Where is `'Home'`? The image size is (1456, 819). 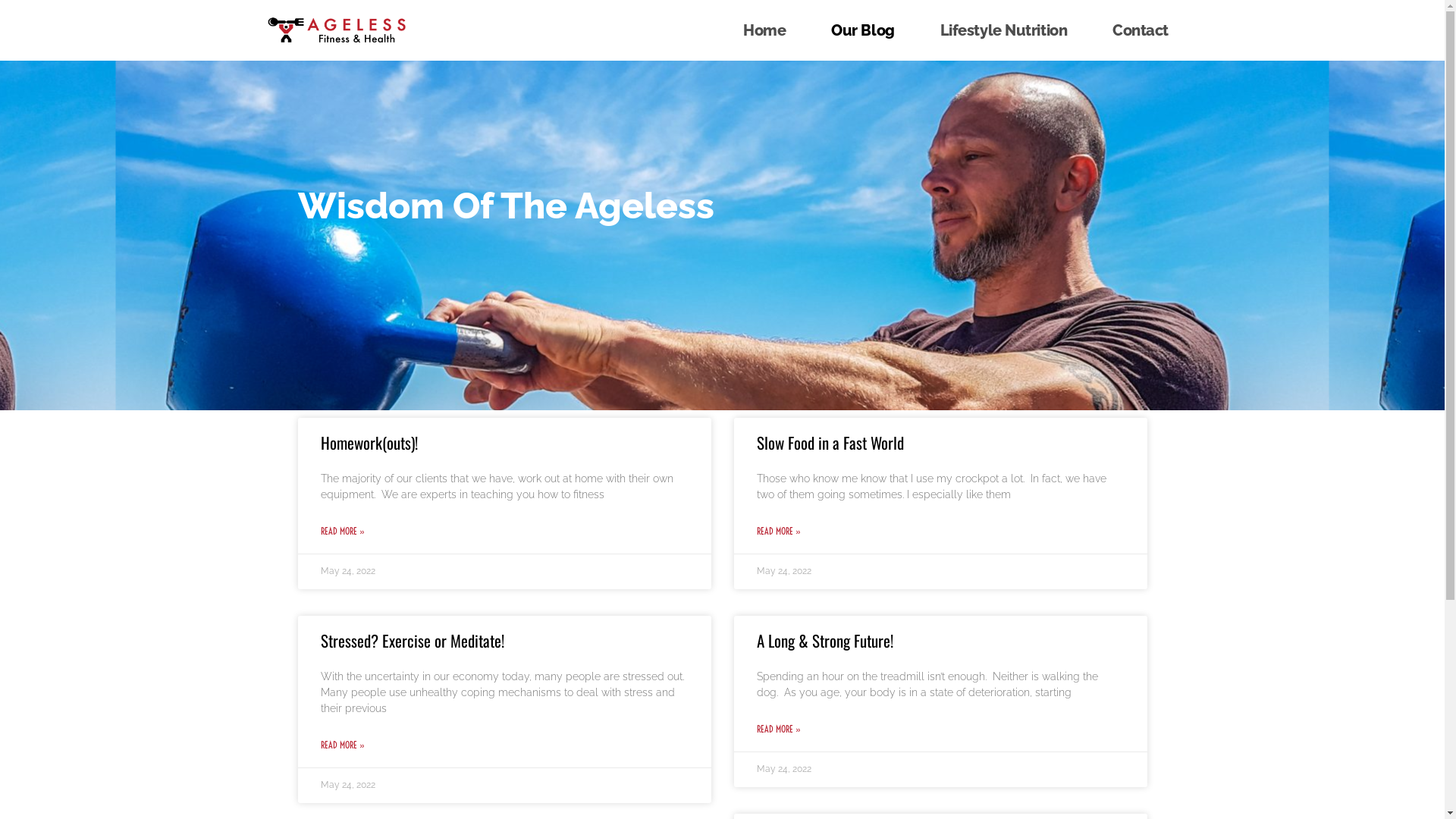
'Home' is located at coordinates (764, 30).